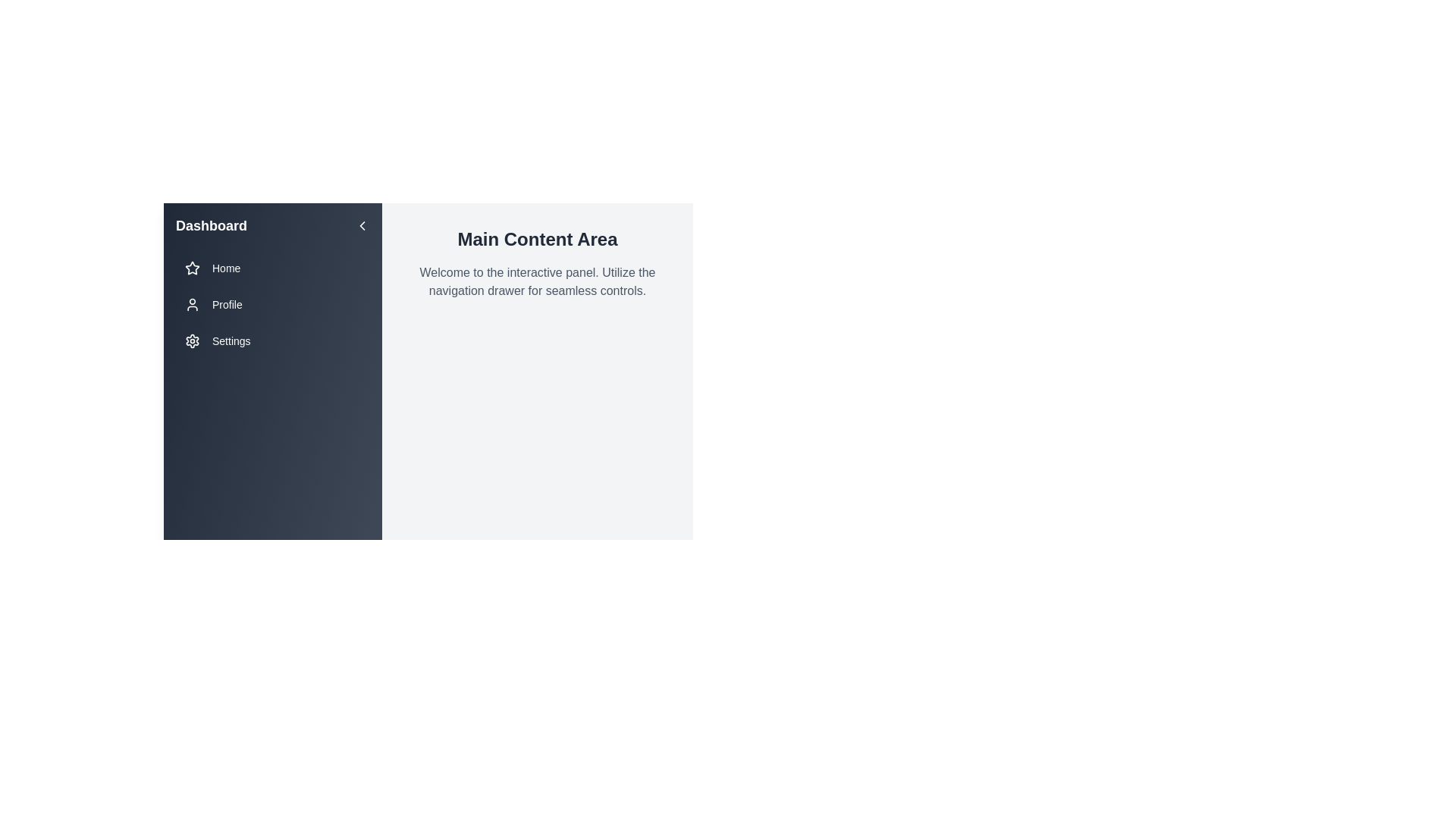 This screenshot has width=1456, height=819. Describe the element at coordinates (225, 268) in the screenshot. I see `the 'Home' text label located in the navigation menu, which is styled in a standard format and positioned next to a star-shaped icon` at that location.